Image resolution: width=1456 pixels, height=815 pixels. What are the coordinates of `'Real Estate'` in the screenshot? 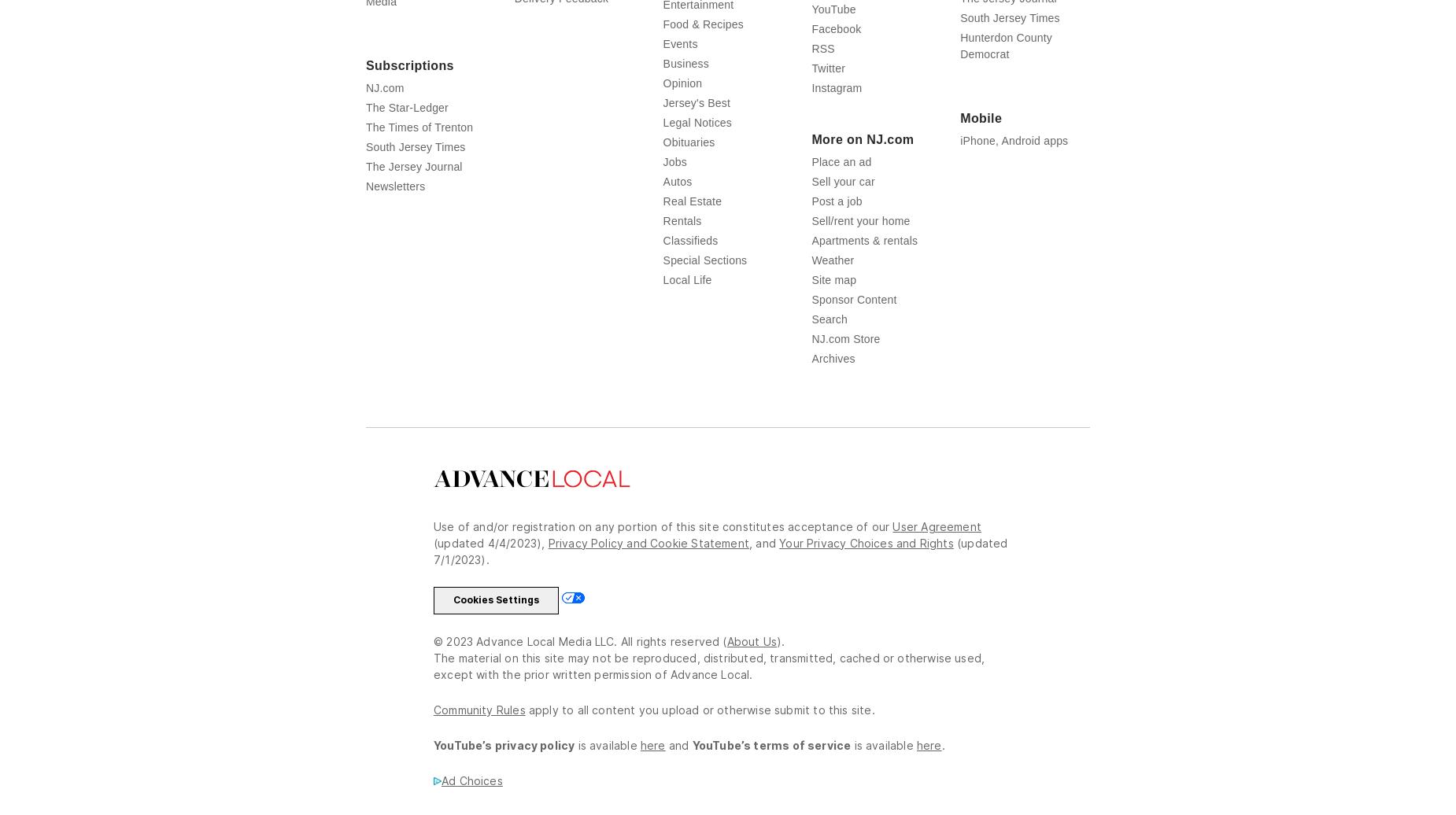 It's located at (692, 200).